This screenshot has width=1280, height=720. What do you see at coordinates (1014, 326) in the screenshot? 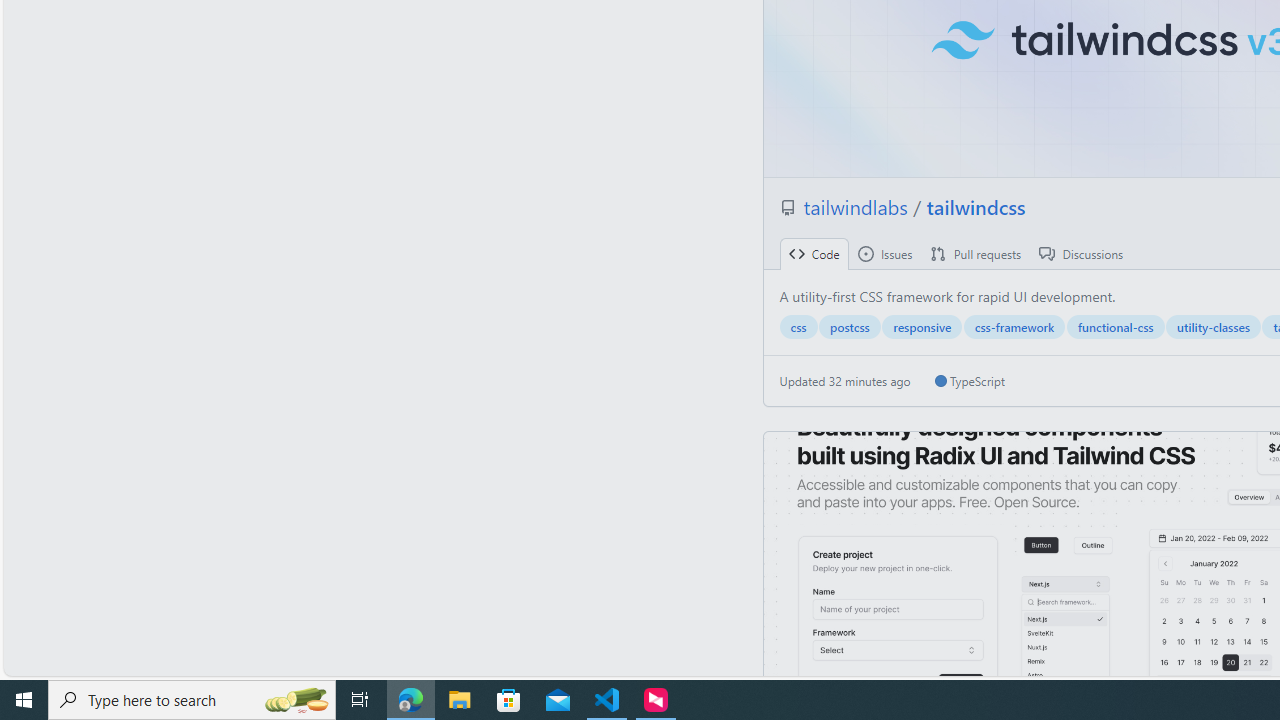
I see `'css-framework'` at bounding box center [1014, 326].